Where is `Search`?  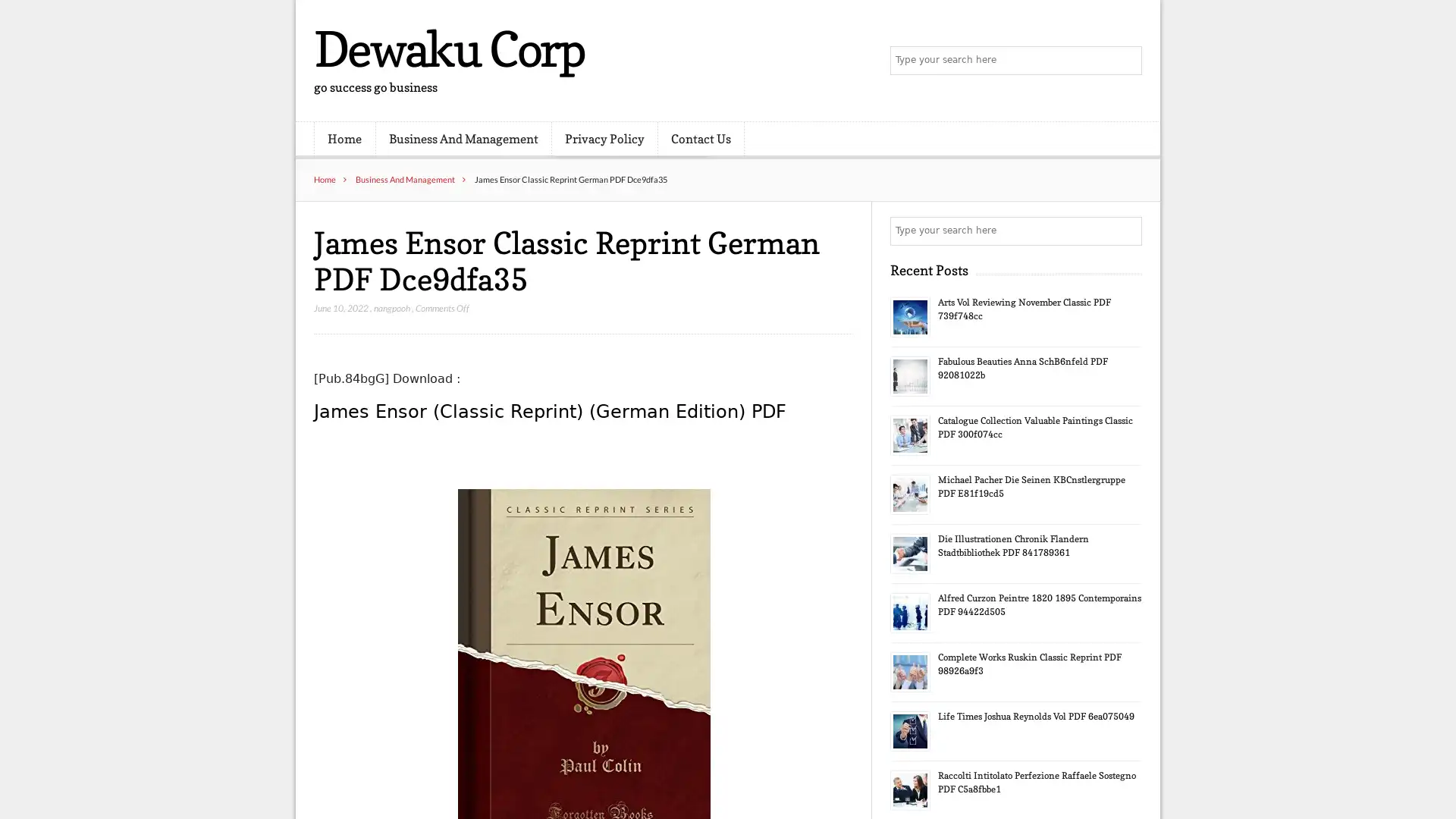 Search is located at coordinates (1126, 61).